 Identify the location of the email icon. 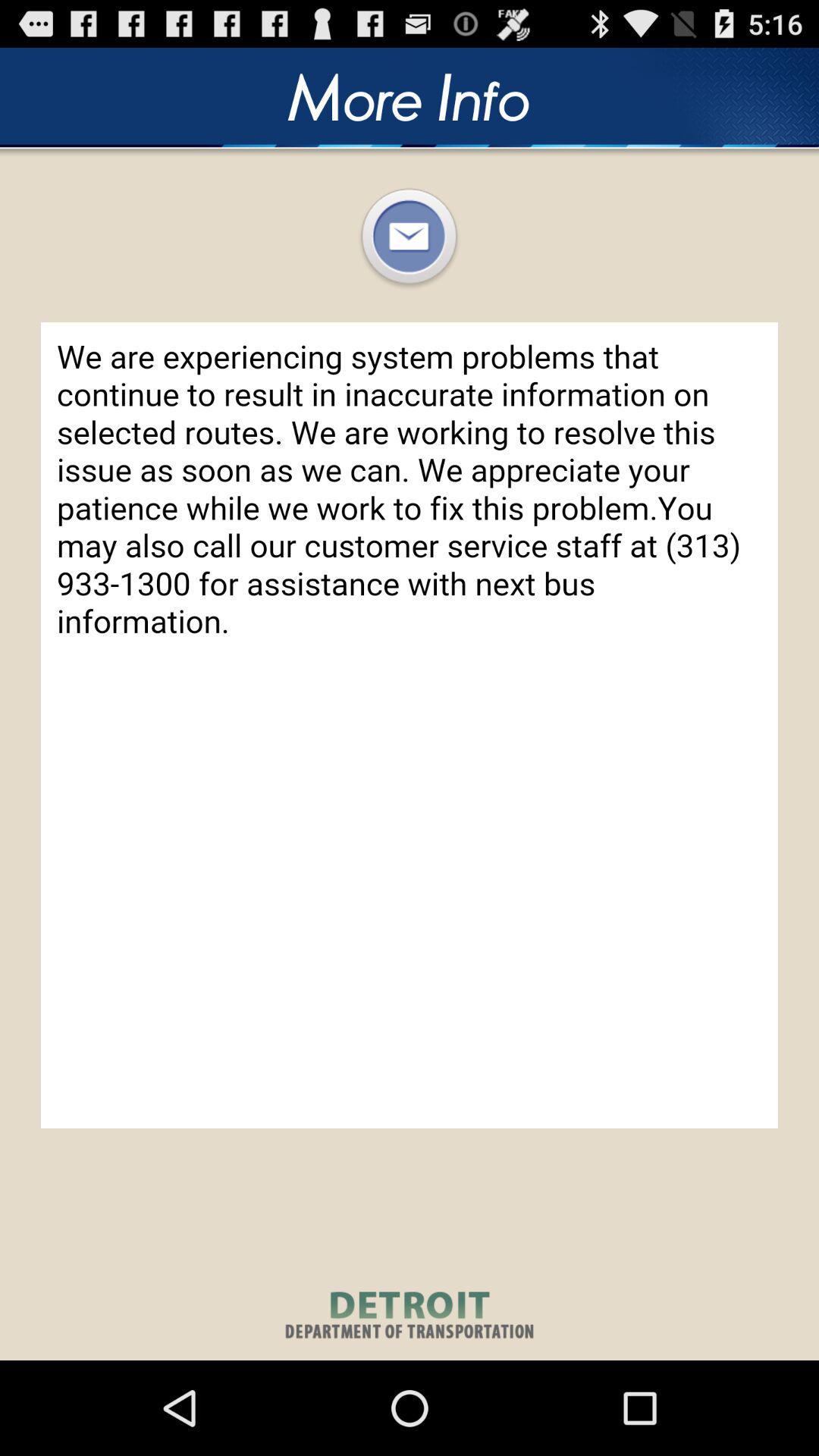
(408, 257).